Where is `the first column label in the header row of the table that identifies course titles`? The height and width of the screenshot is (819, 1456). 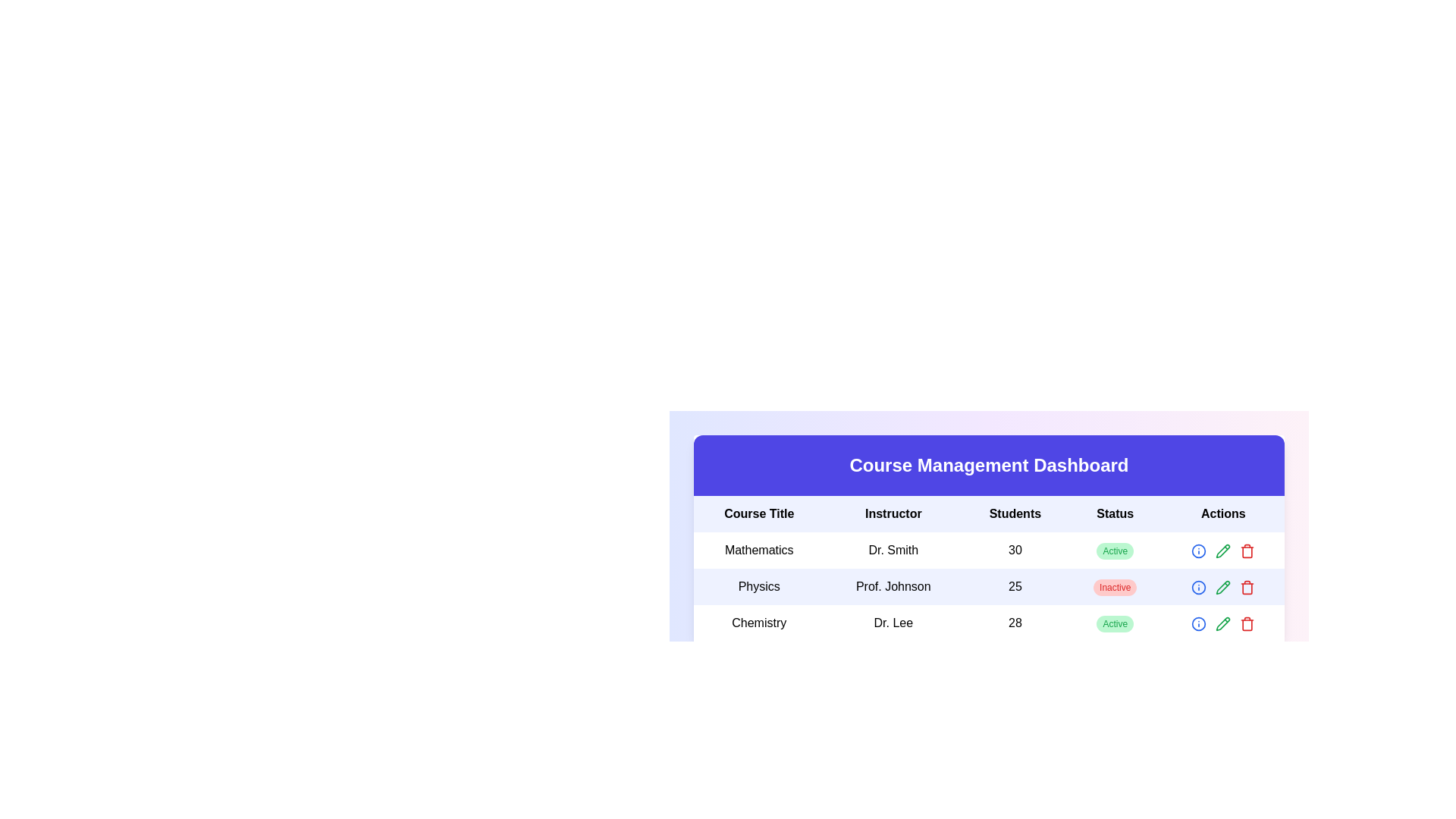
the first column label in the header row of the table that identifies course titles is located at coordinates (759, 513).